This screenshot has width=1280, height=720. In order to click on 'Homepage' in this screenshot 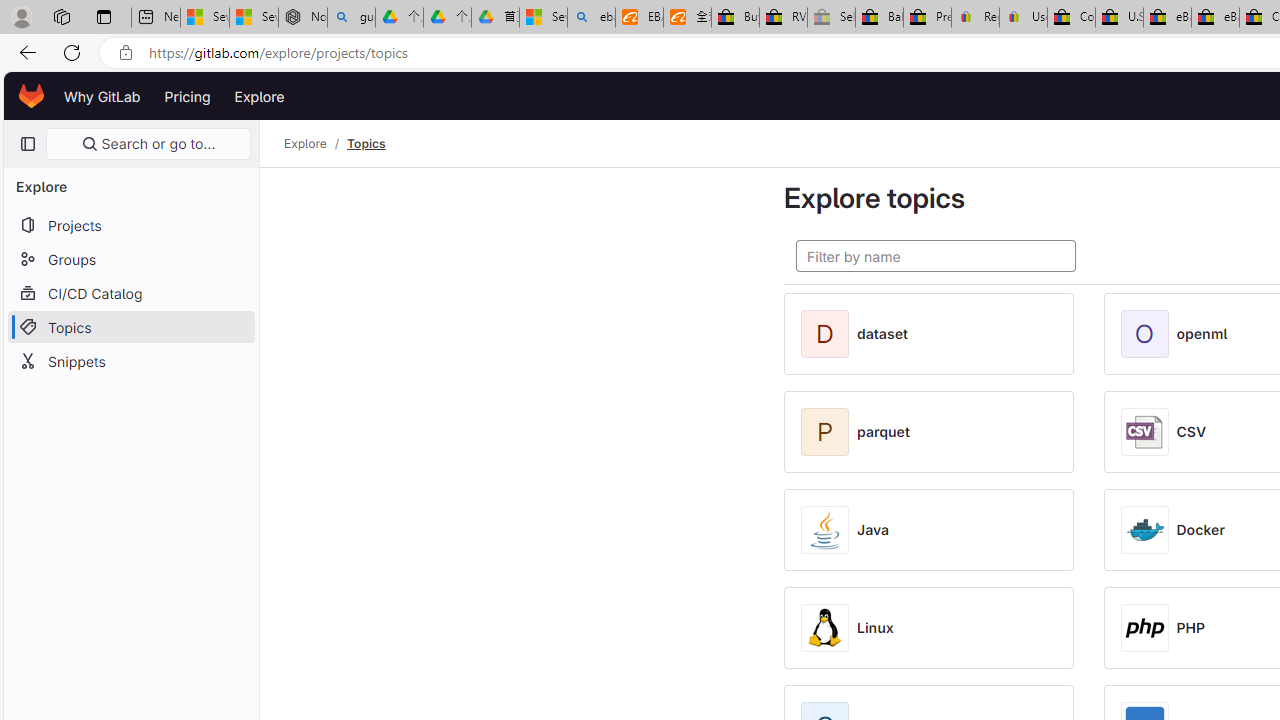, I will do `click(32, 96)`.